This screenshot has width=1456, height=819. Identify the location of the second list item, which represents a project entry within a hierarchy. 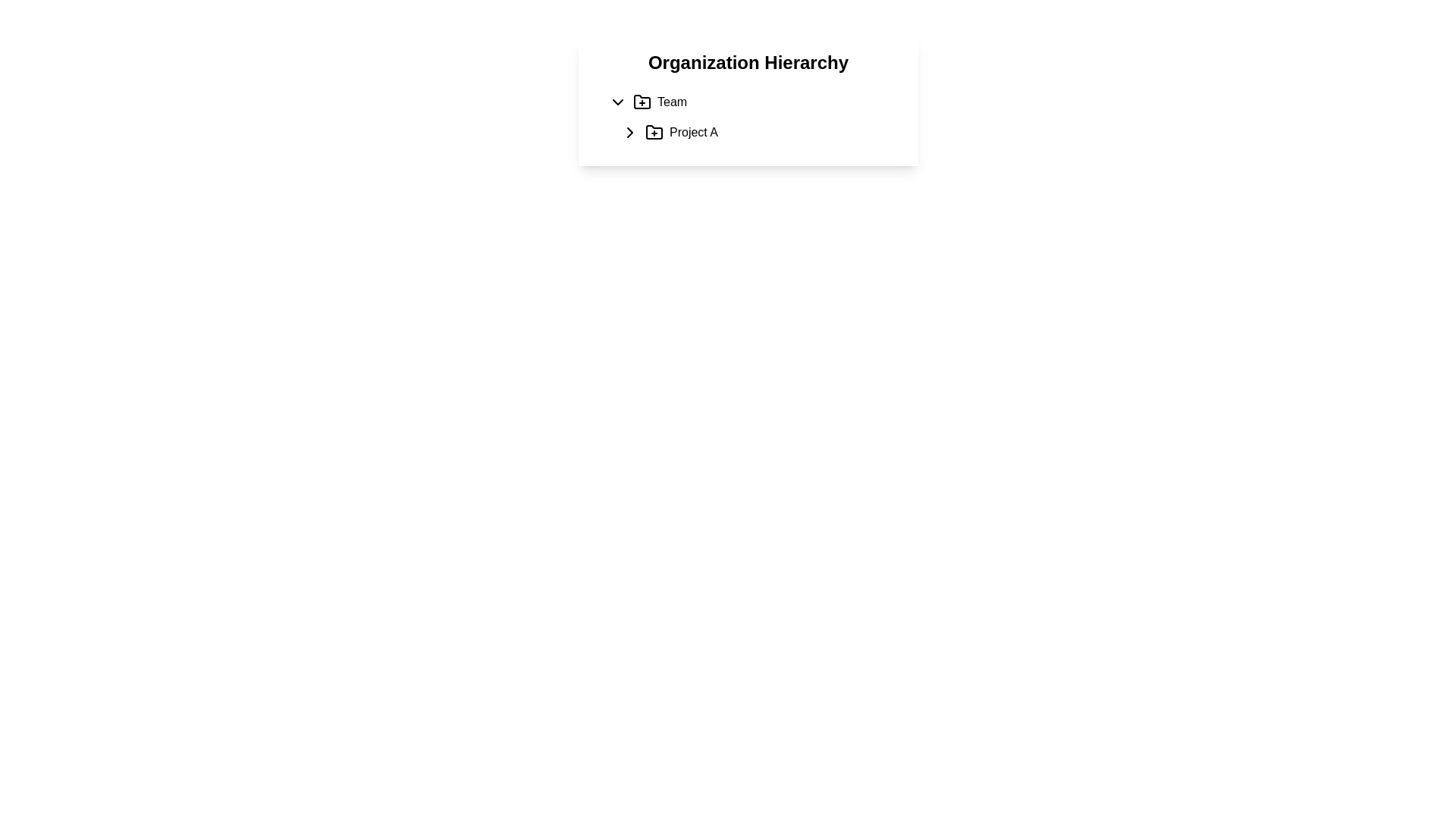
(761, 131).